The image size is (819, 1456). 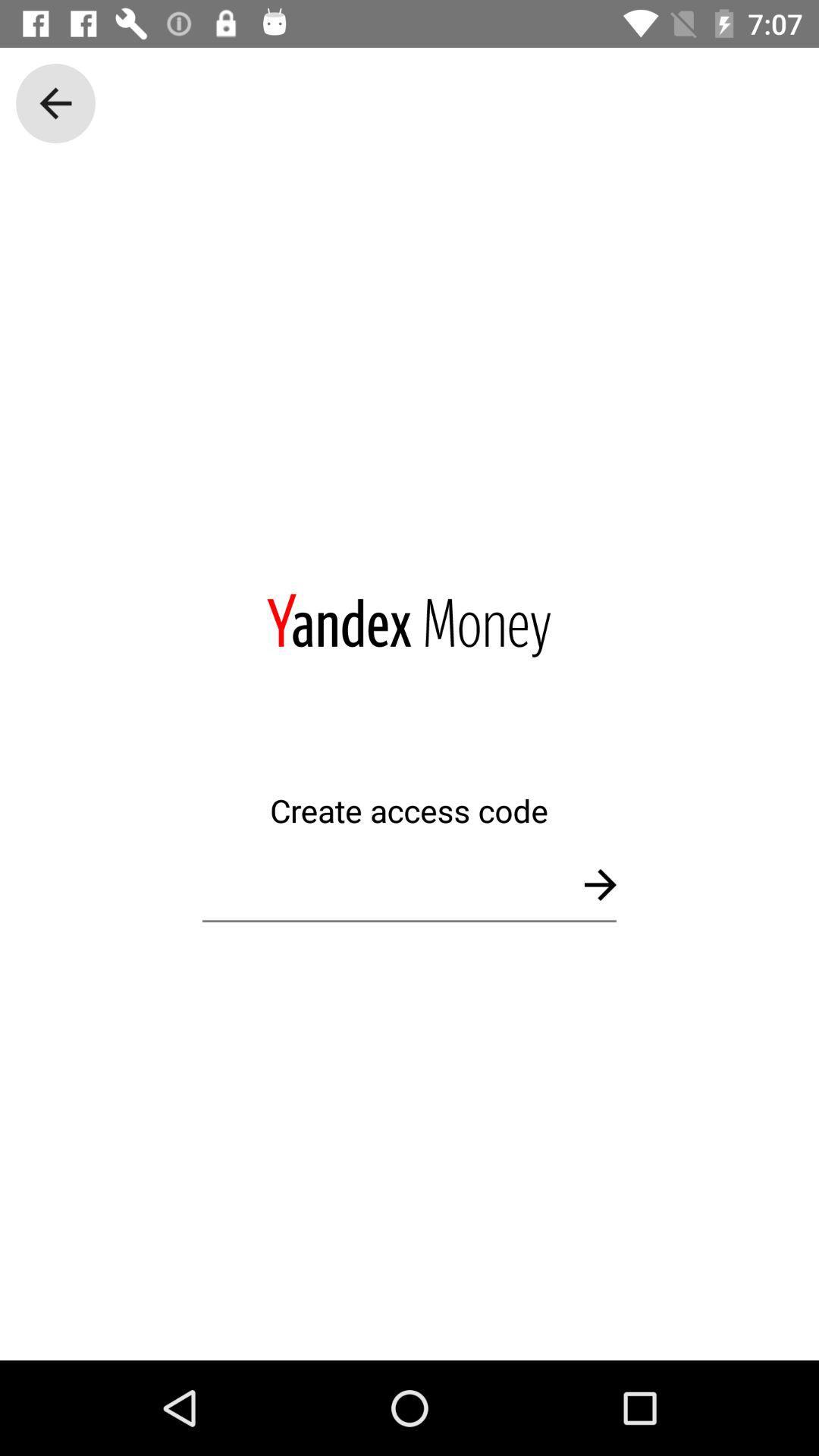 What do you see at coordinates (409, 884) in the screenshot?
I see `access code` at bounding box center [409, 884].